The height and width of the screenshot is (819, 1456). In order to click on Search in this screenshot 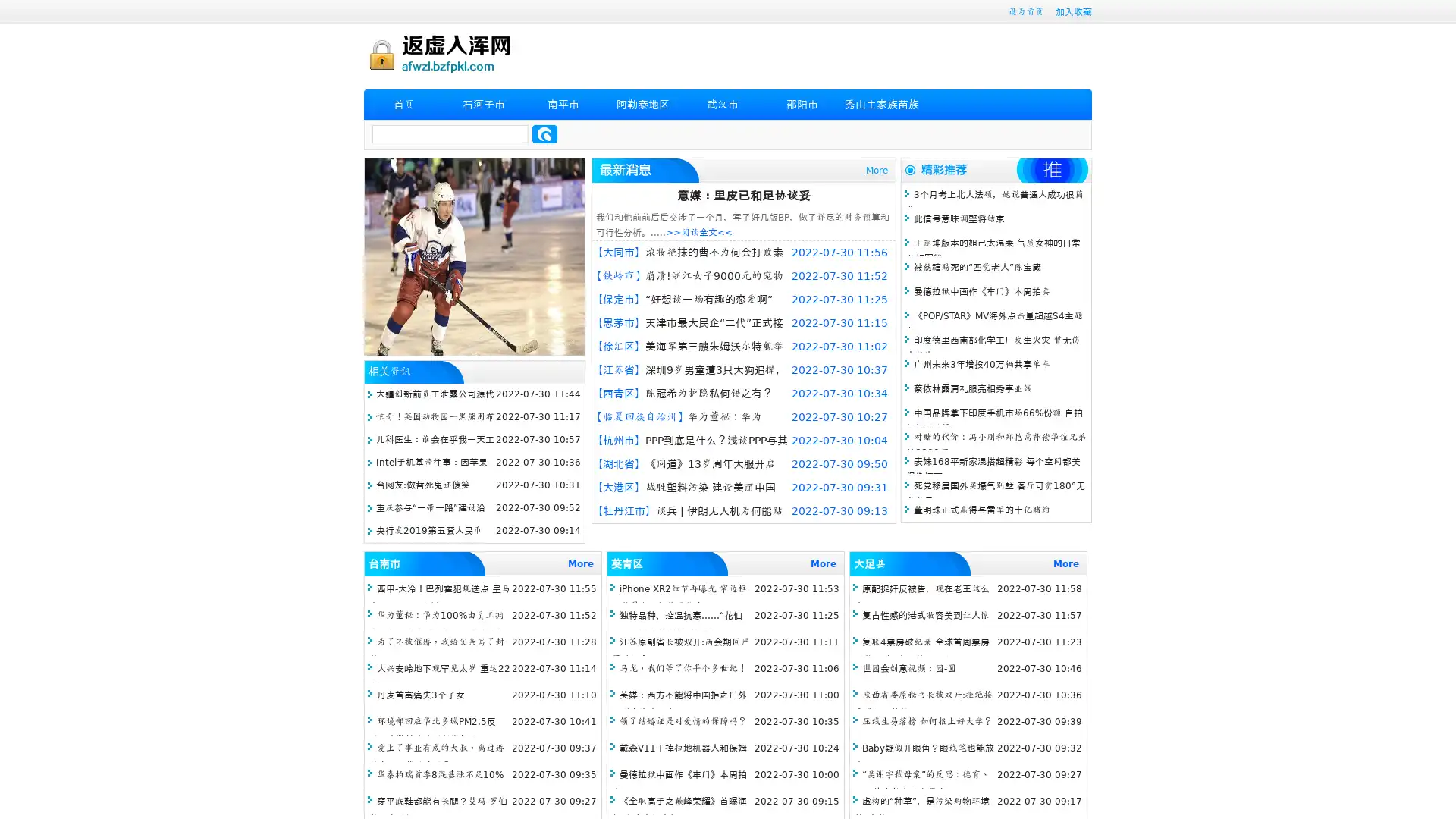, I will do `click(544, 133)`.